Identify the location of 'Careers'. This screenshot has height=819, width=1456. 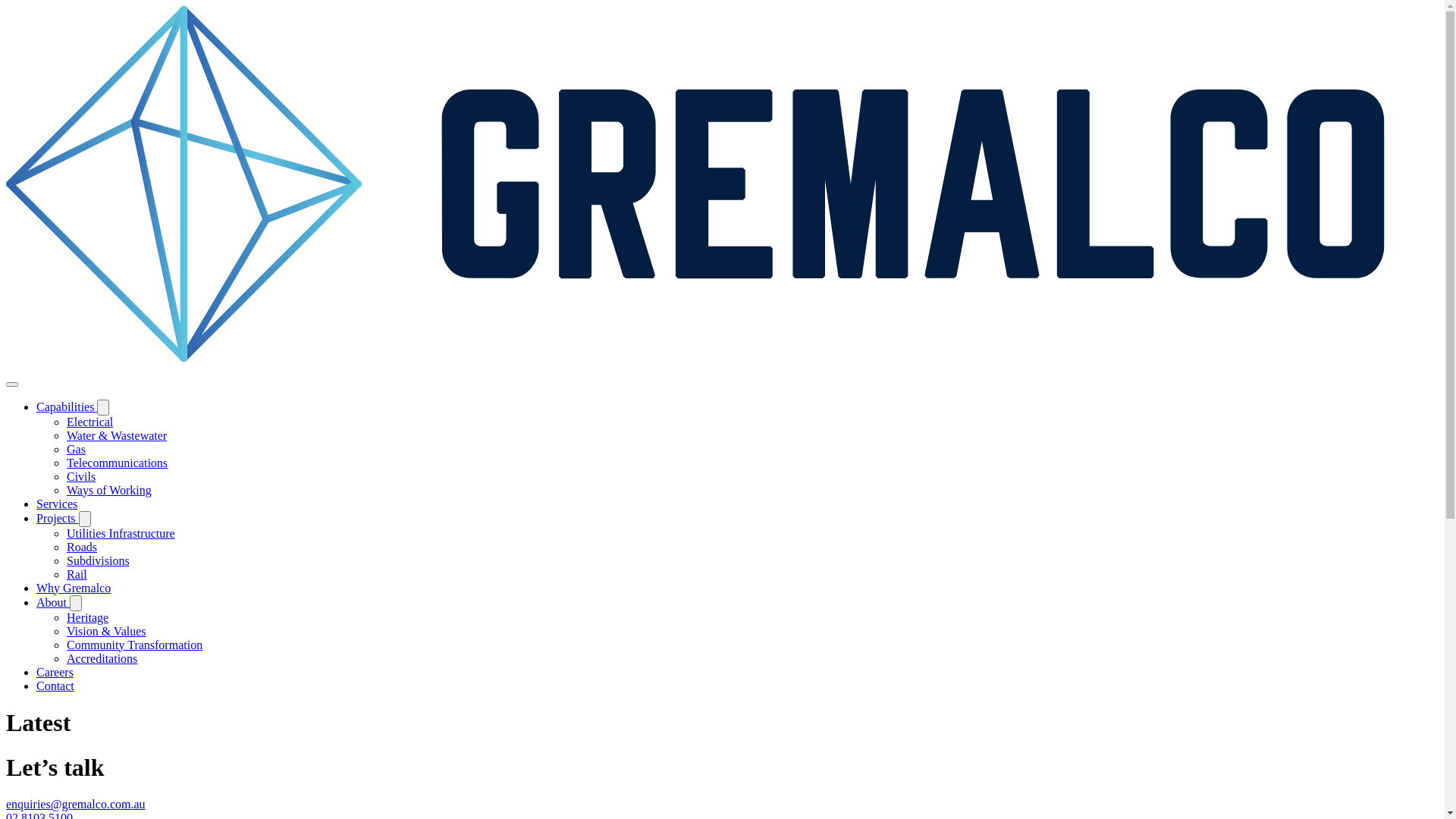
(55, 671).